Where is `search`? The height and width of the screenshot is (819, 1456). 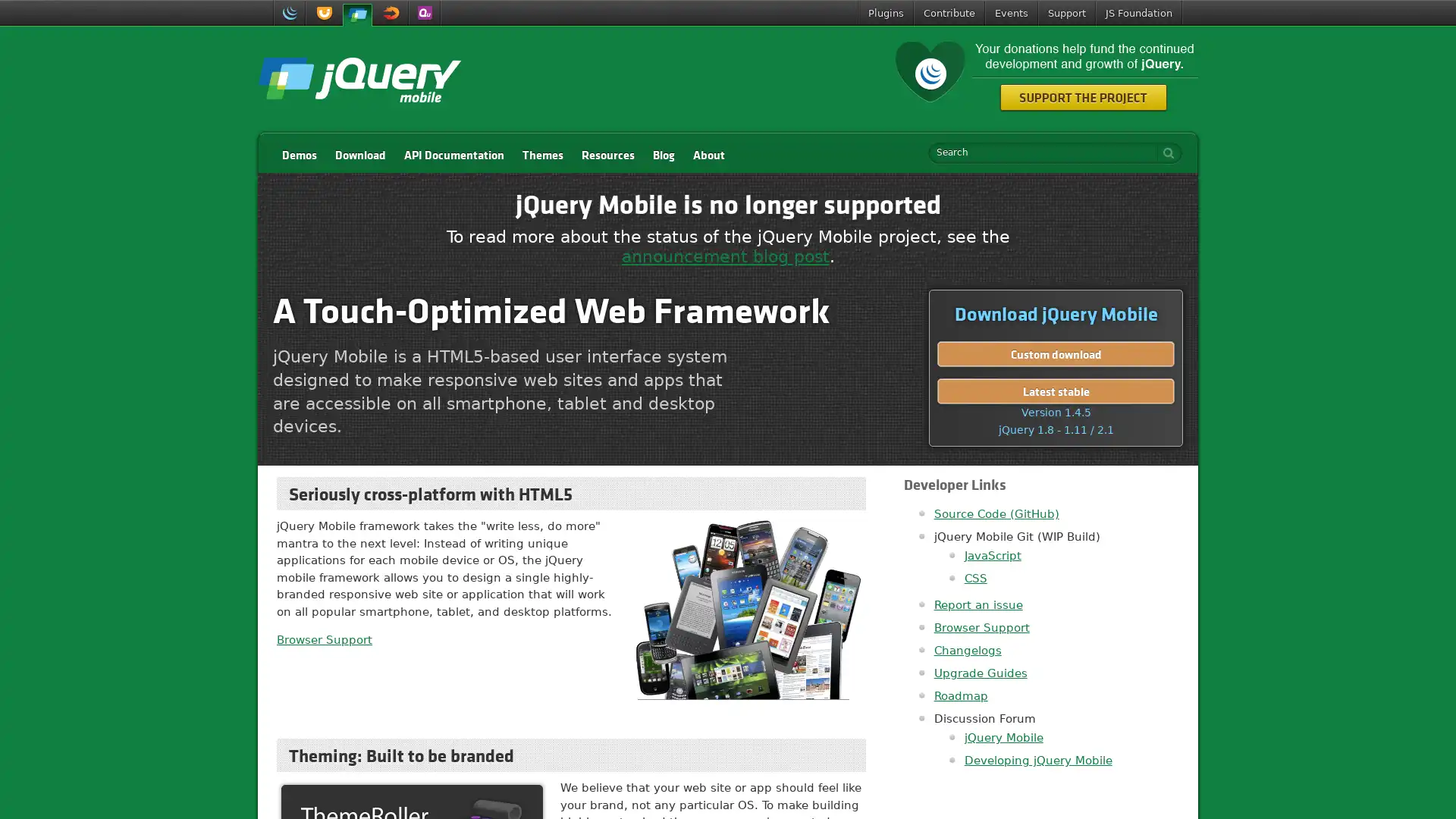
search is located at coordinates (1164, 152).